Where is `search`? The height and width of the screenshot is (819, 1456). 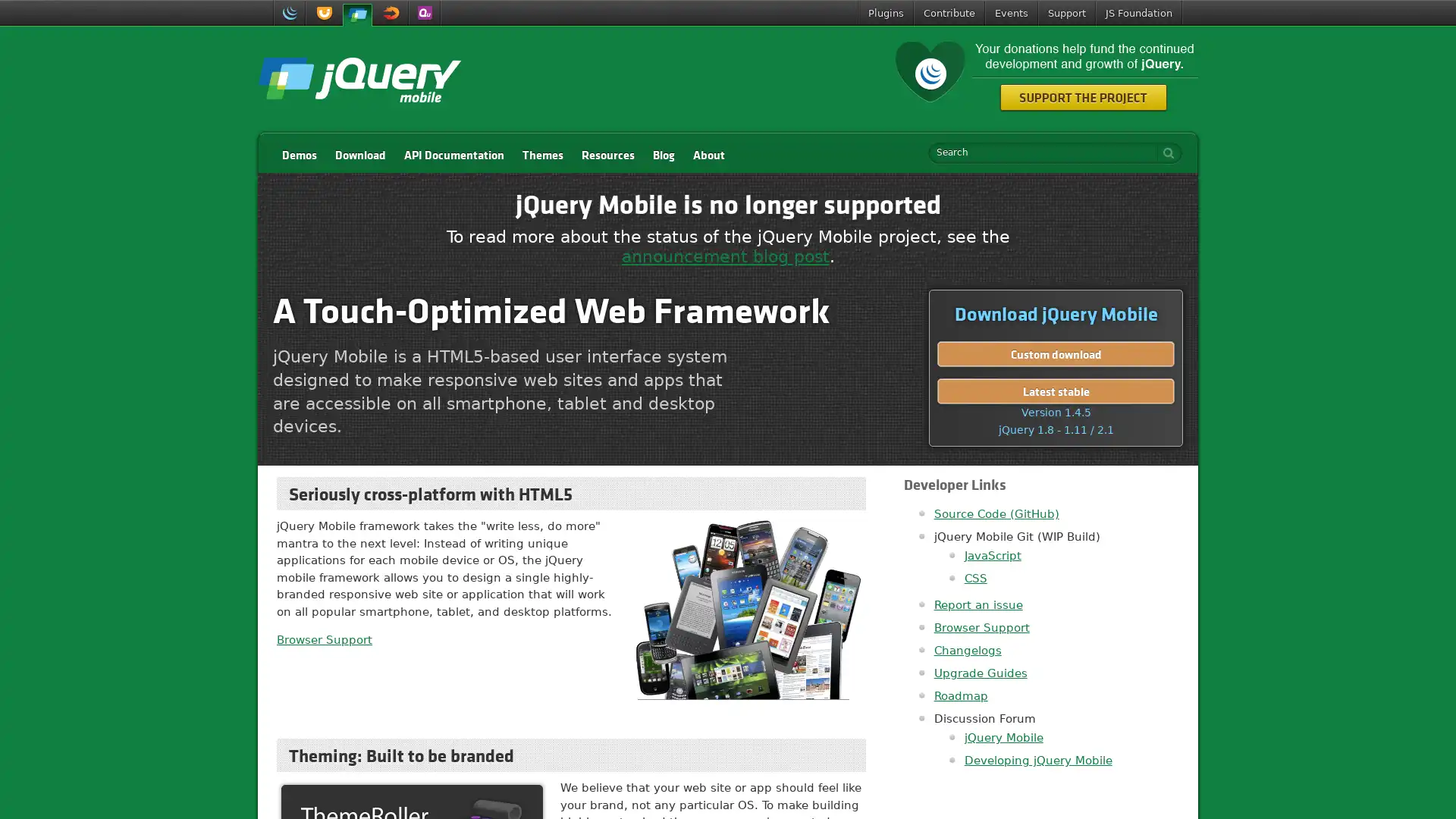
search is located at coordinates (1164, 152).